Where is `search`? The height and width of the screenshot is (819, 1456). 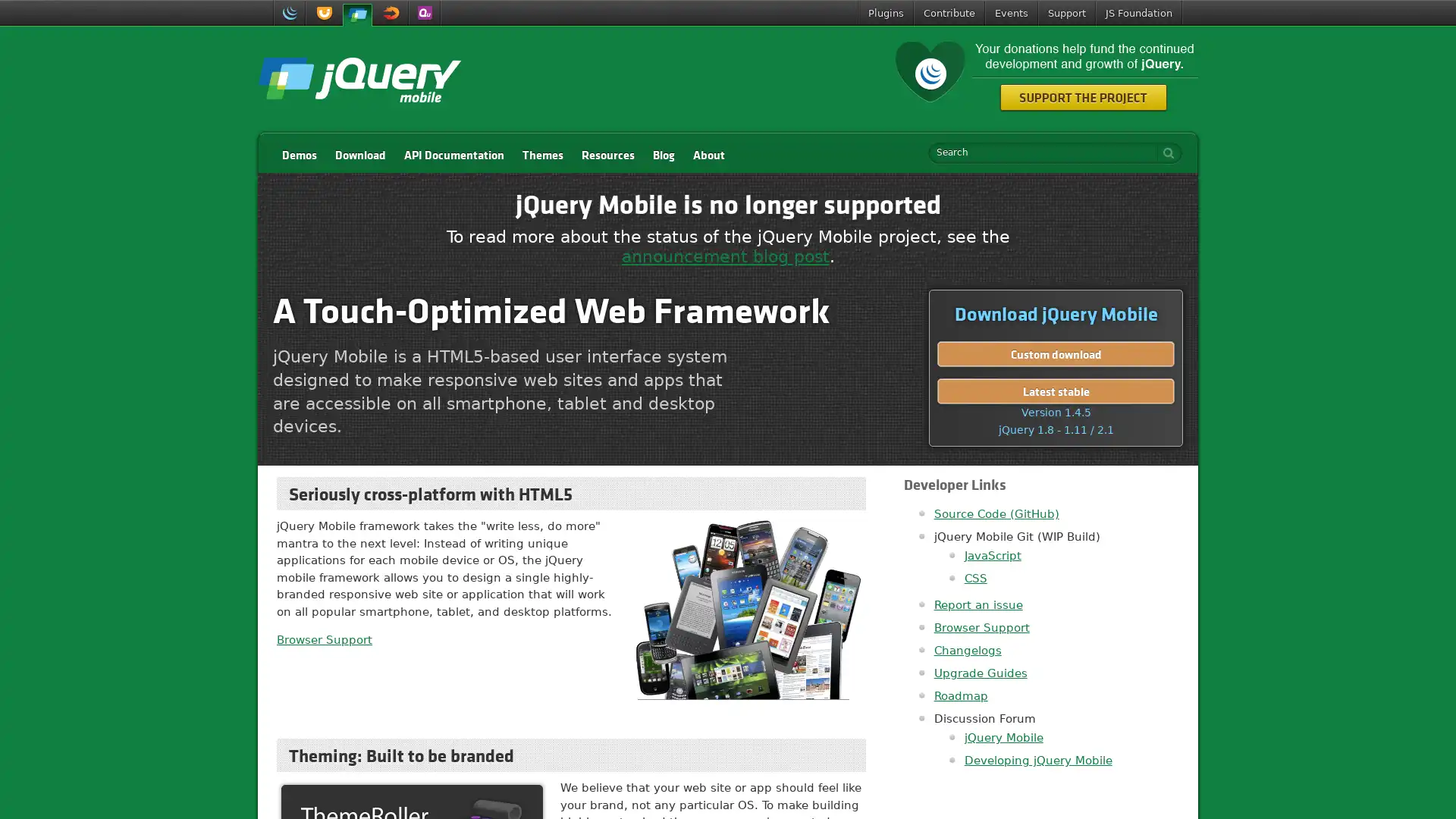
search is located at coordinates (1164, 152).